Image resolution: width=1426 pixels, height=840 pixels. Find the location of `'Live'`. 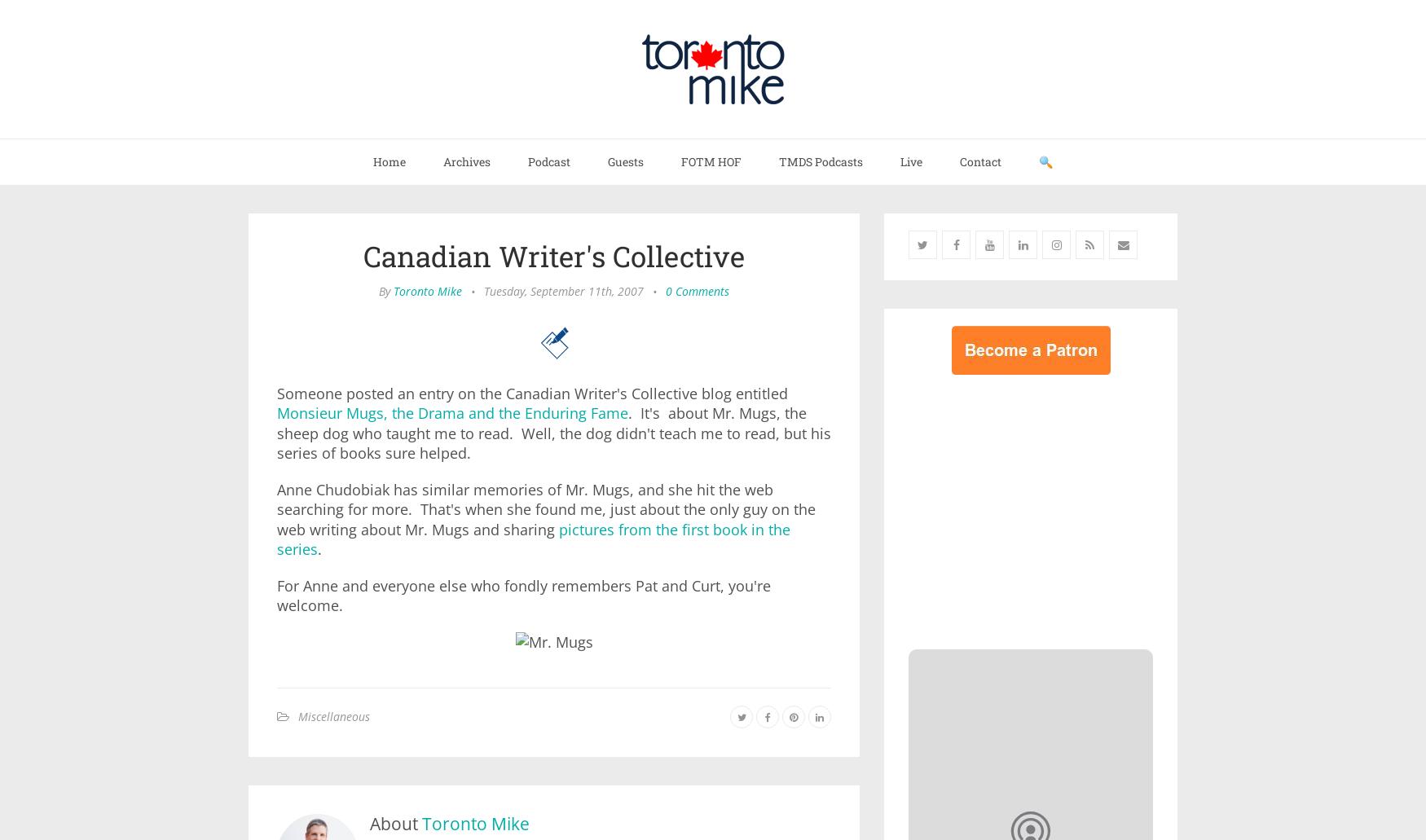

'Live' is located at coordinates (911, 161).